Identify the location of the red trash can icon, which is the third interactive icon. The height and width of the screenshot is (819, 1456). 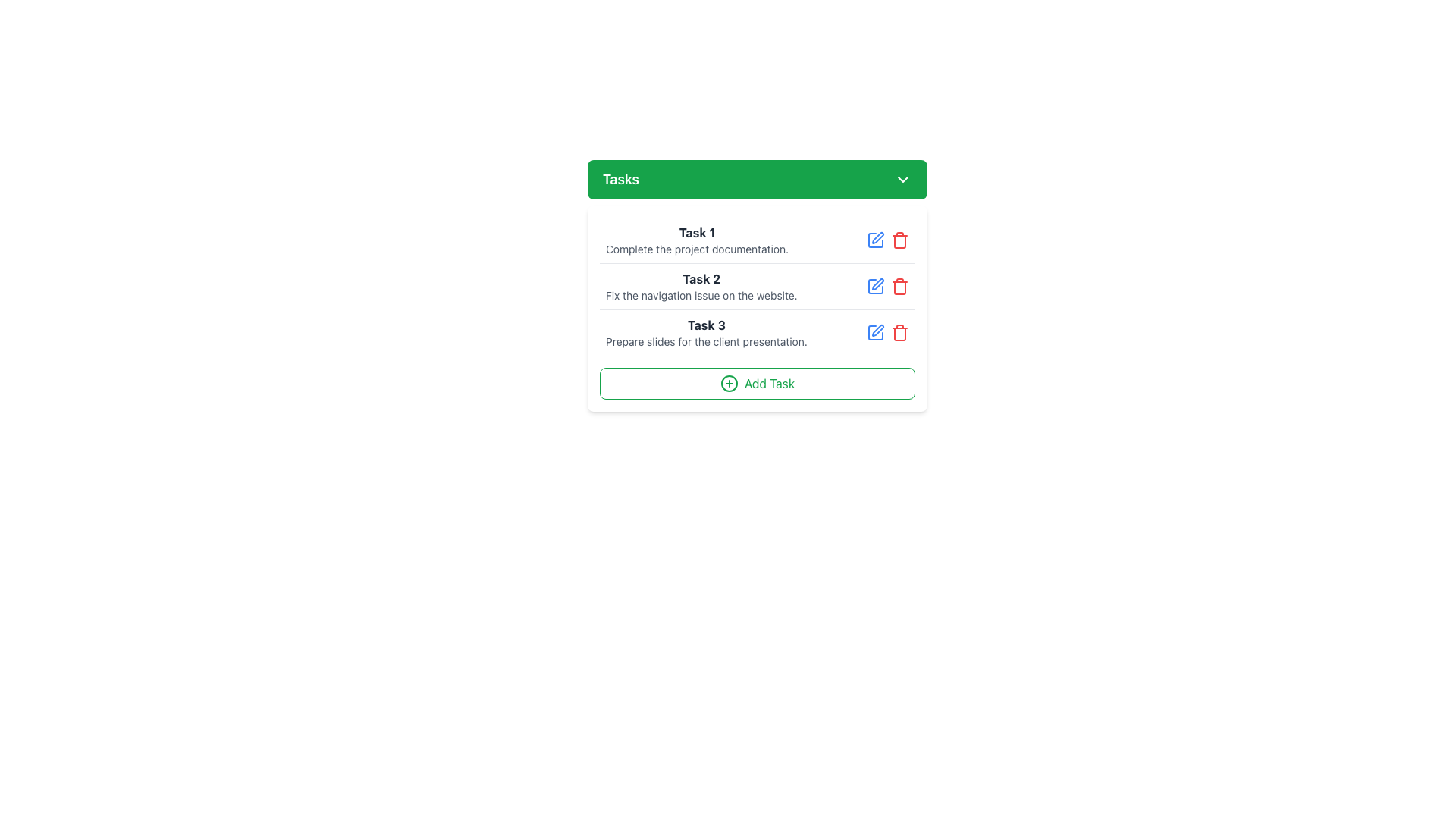
(899, 239).